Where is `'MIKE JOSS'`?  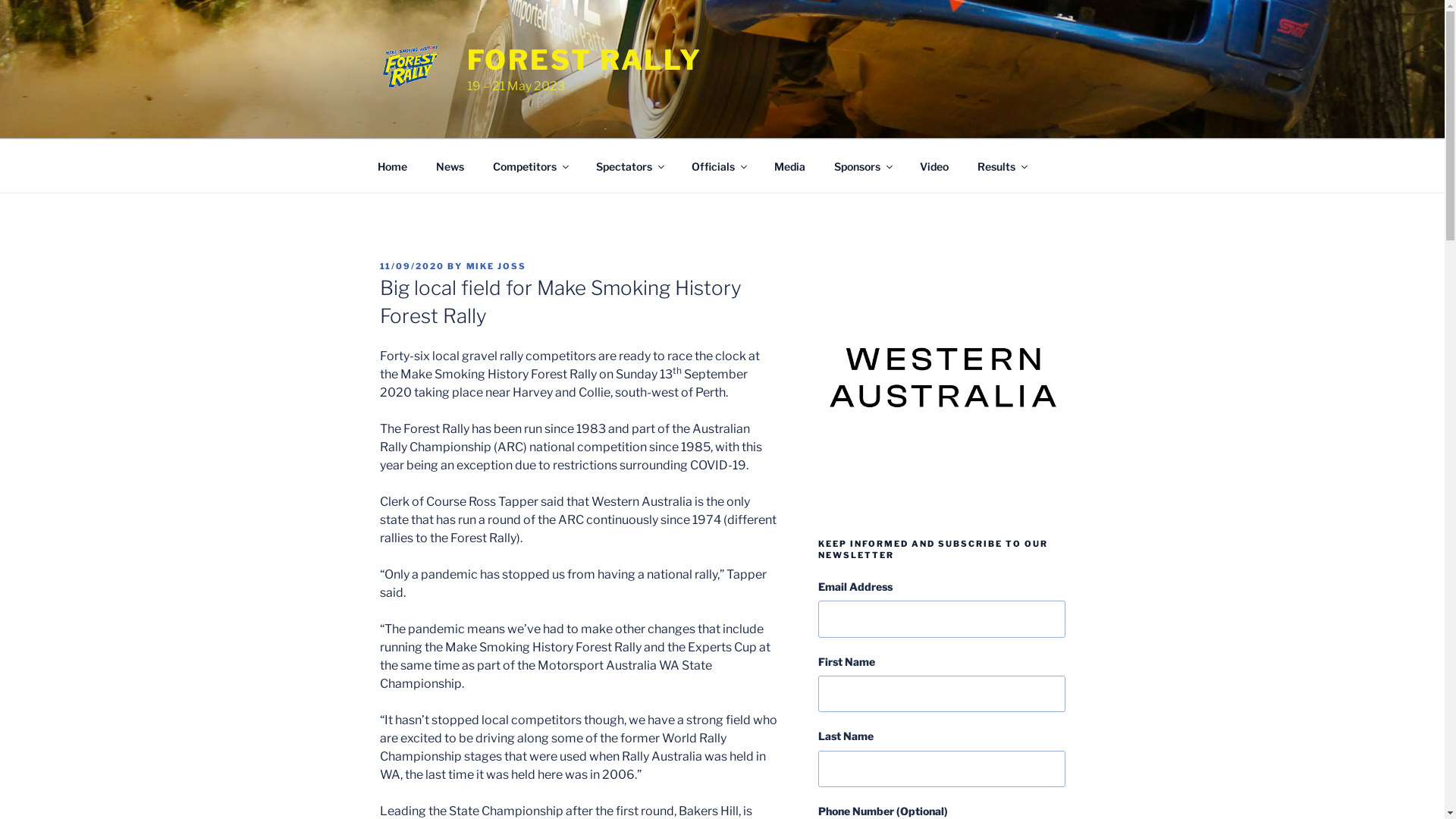 'MIKE JOSS' is located at coordinates (495, 265).